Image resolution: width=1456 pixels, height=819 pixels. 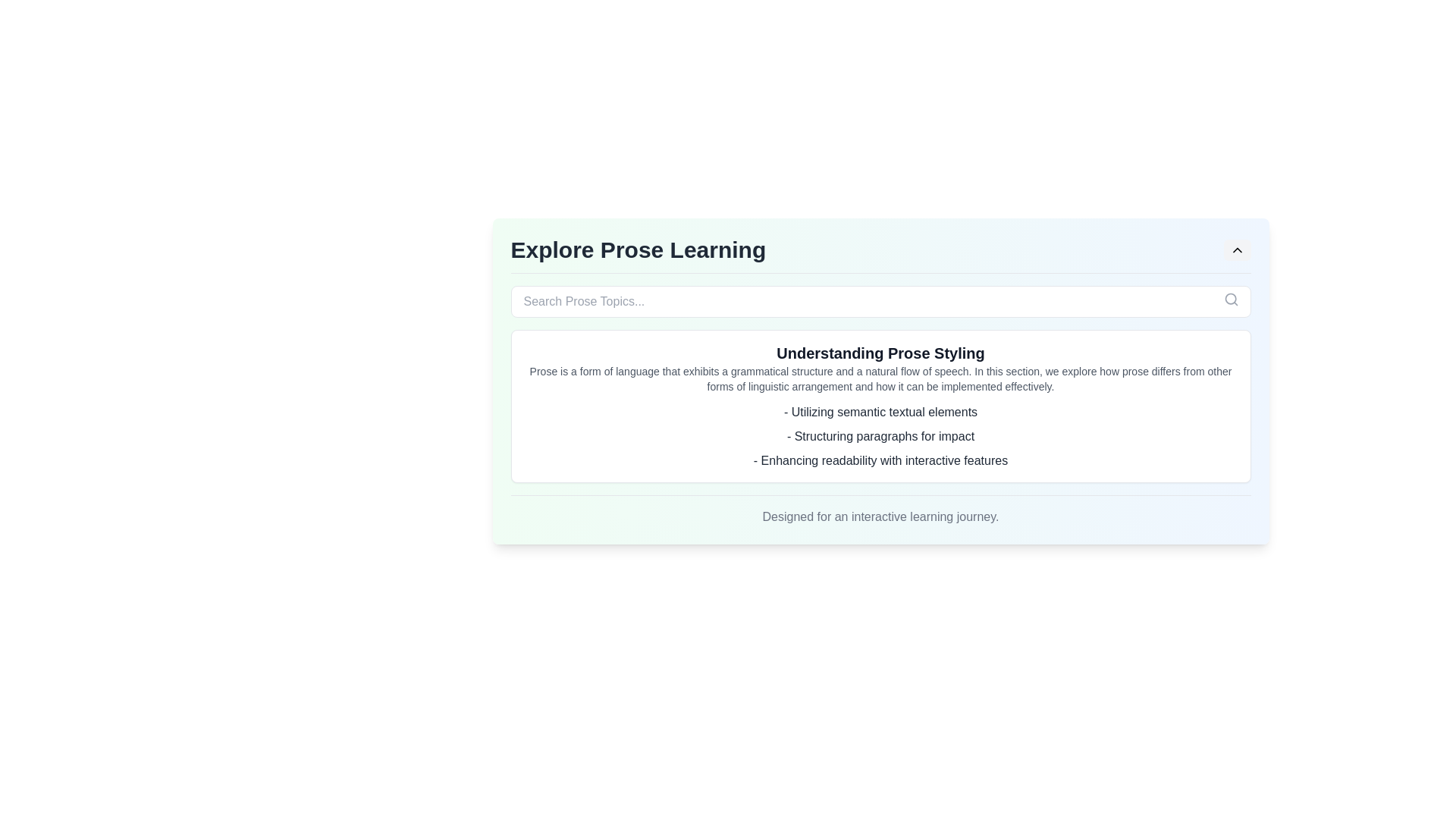 I want to click on the text element that reads '- Enhancing readability with interactive features', which is the third item in a bulleted list under the section 'Understanding Prose Styling', so click(x=880, y=460).